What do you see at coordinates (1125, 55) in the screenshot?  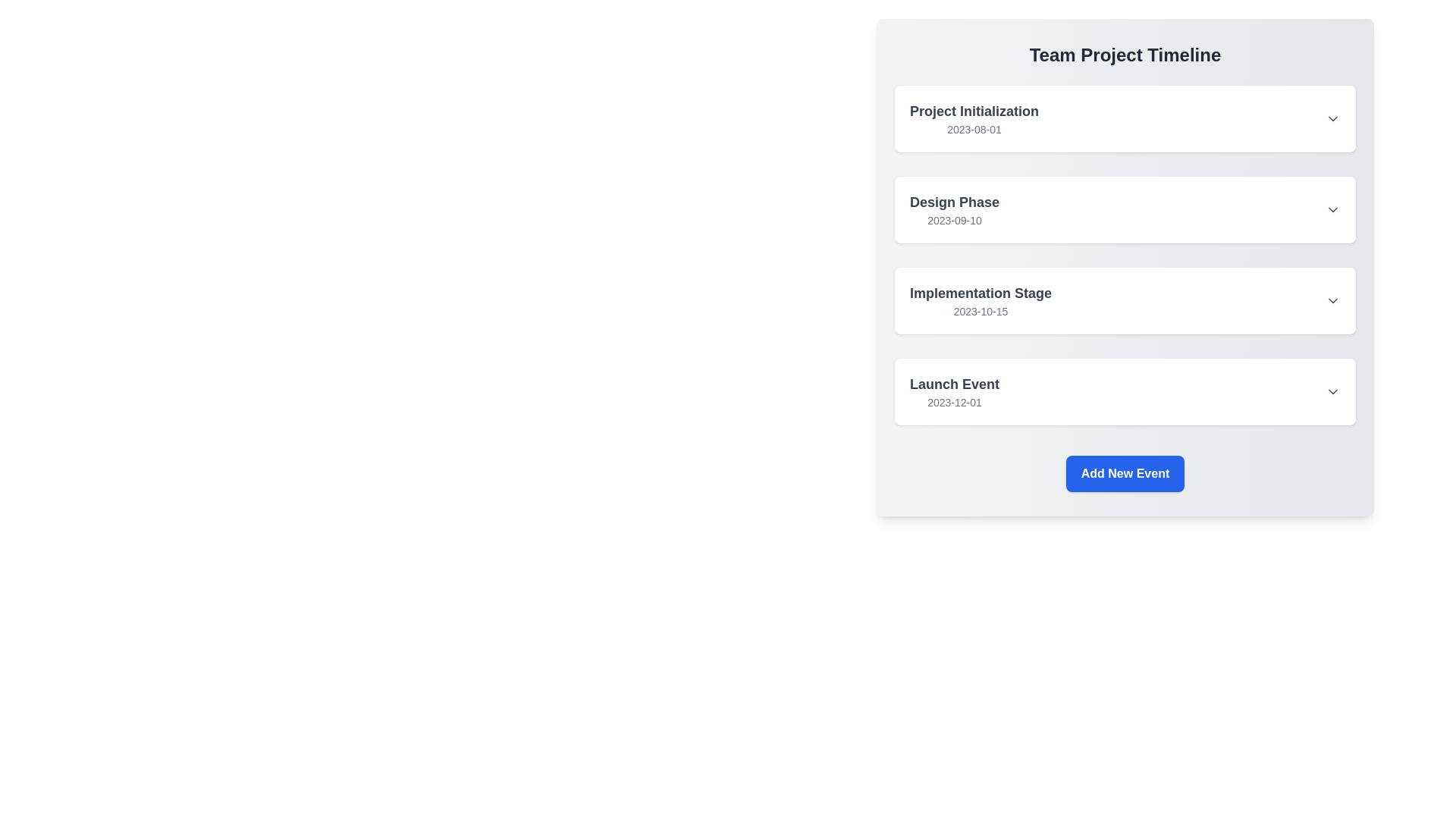 I see `the bold, centered text block labeled 'Team Project Timeline' which serves as a header for the timeline section` at bounding box center [1125, 55].